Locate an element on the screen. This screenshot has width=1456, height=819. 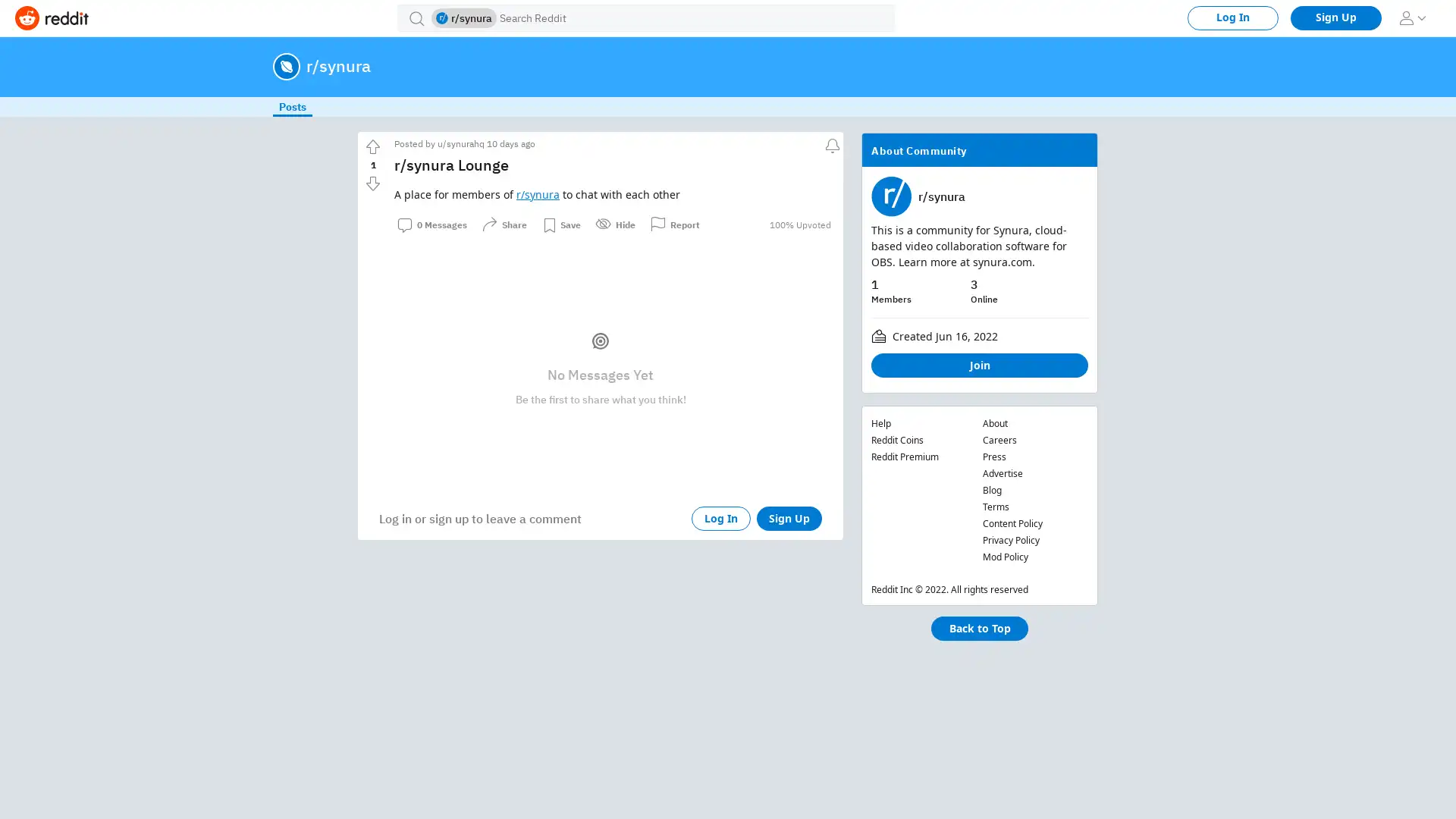
Follow post to stay updated is located at coordinates (830, 143).